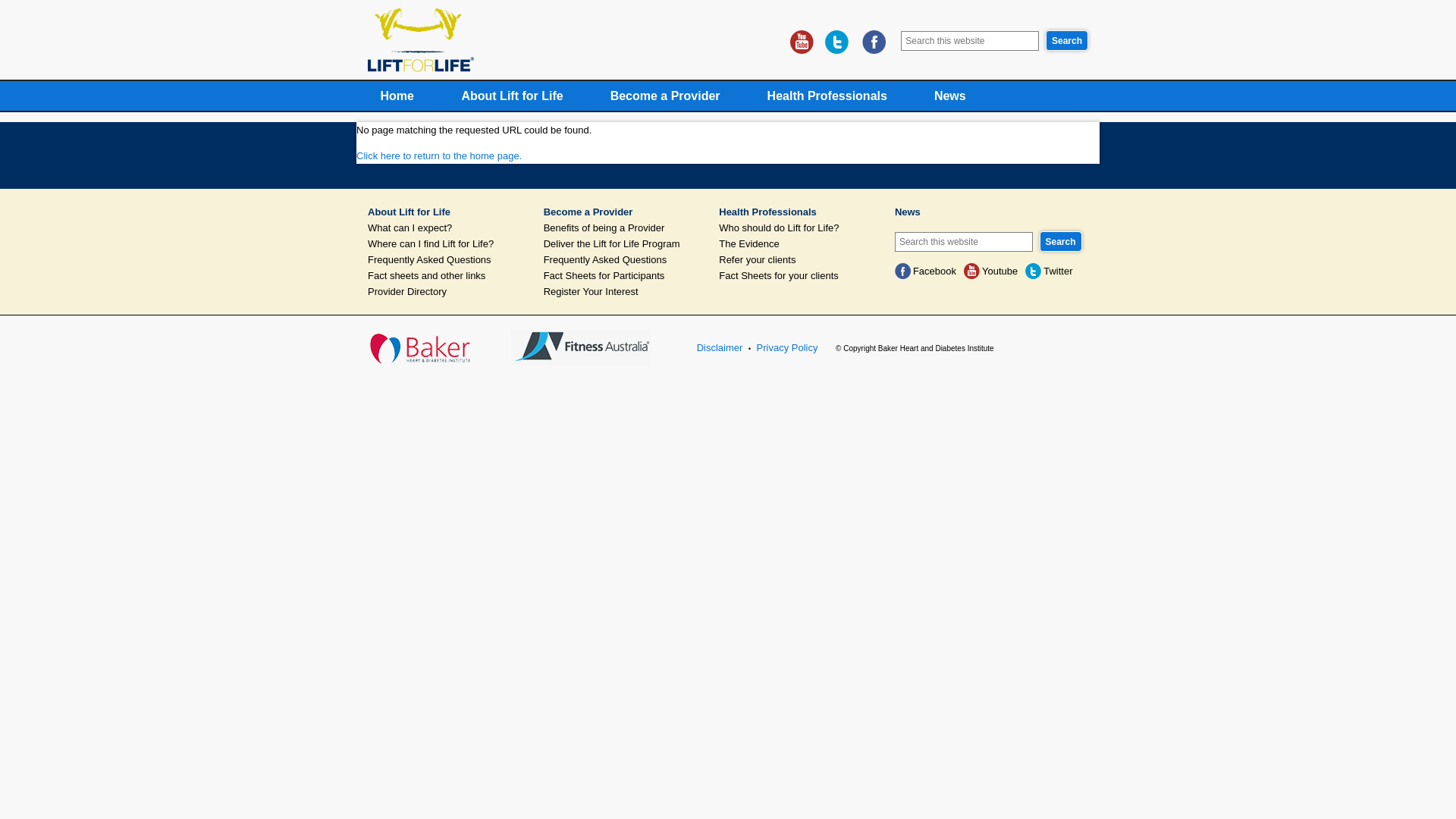 This screenshot has height=819, width=1456. I want to click on 'Where can I find Lift for Life?', so click(446, 243).